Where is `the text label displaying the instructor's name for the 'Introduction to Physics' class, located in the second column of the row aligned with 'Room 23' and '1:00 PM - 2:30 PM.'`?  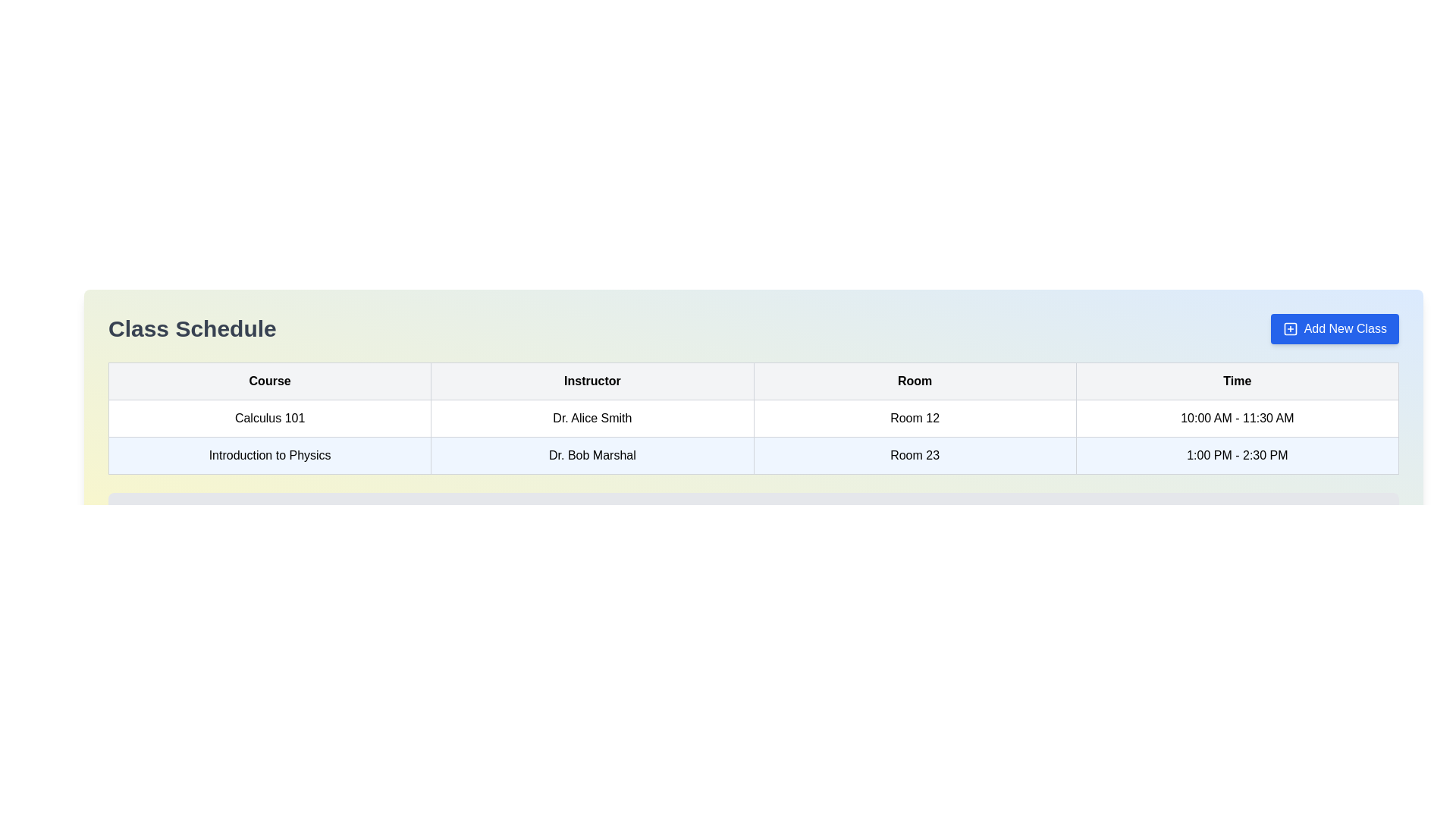
the text label displaying the instructor's name for the 'Introduction to Physics' class, located in the second column of the row aligned with 'Room 23' and '1:00 PM - 2:30 PM.' is located at coordinates (591, 455).